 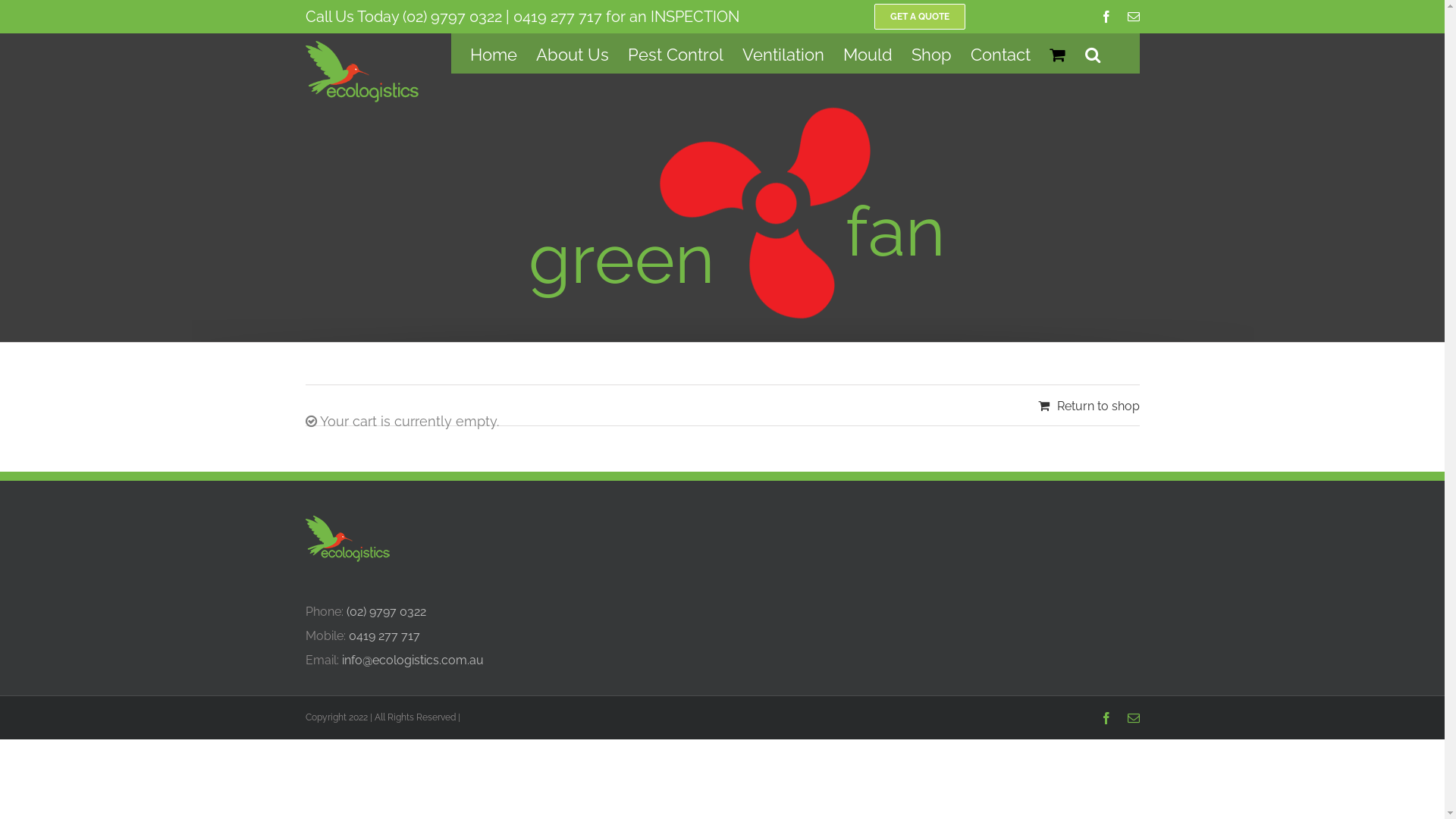 What do you see at coordinates (918, 17) in the screenshot?
I see `'GET A QUOTE'` at bounding box center [918, 17].